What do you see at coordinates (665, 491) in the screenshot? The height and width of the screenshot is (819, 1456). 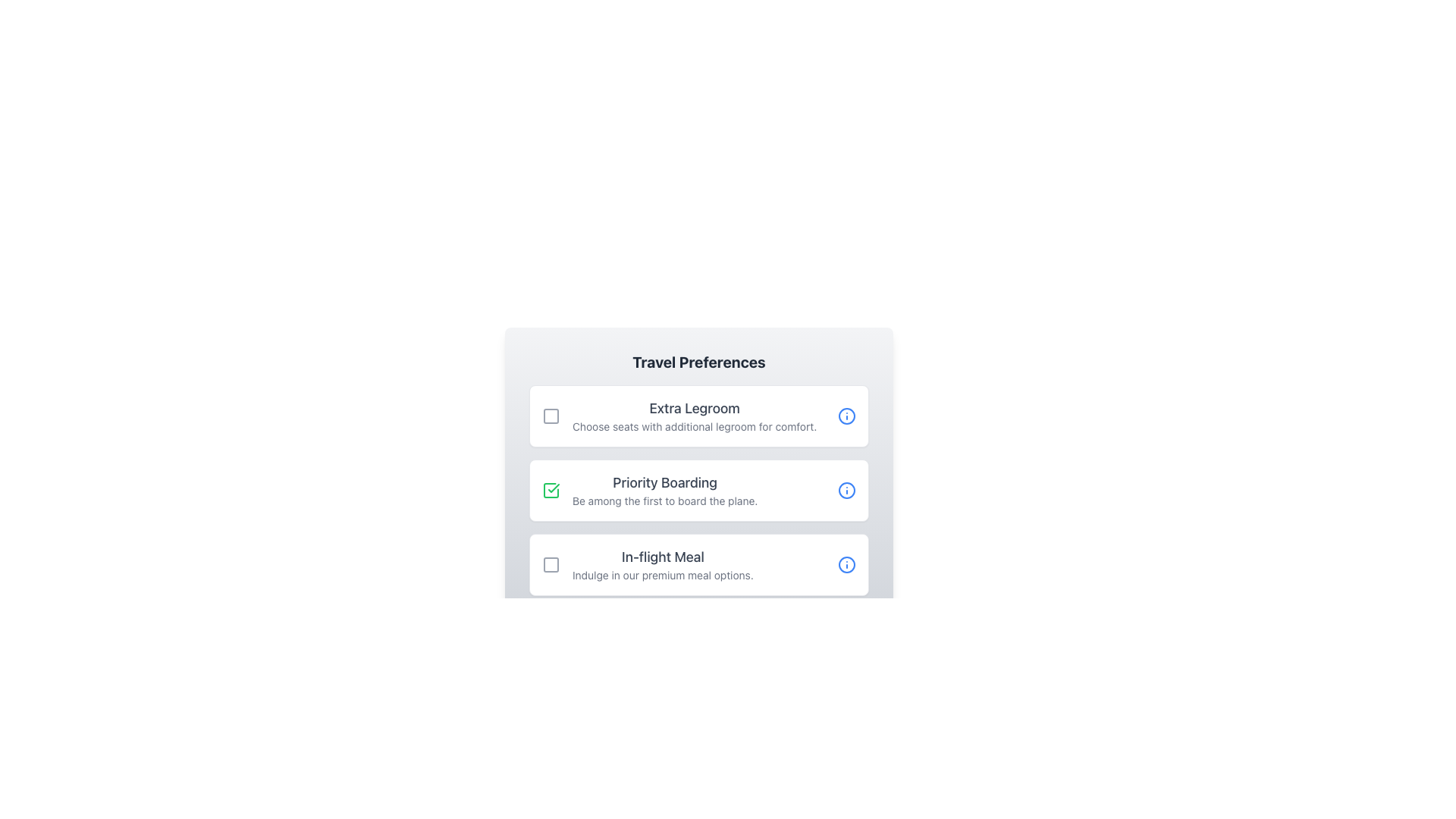 I see `information in the 'Priority Boarding' text block, which contains a header and subtext about boarding the plane, centrally located in the second row of the 'Travel Preferences' section` at bounding box center [665, 491].